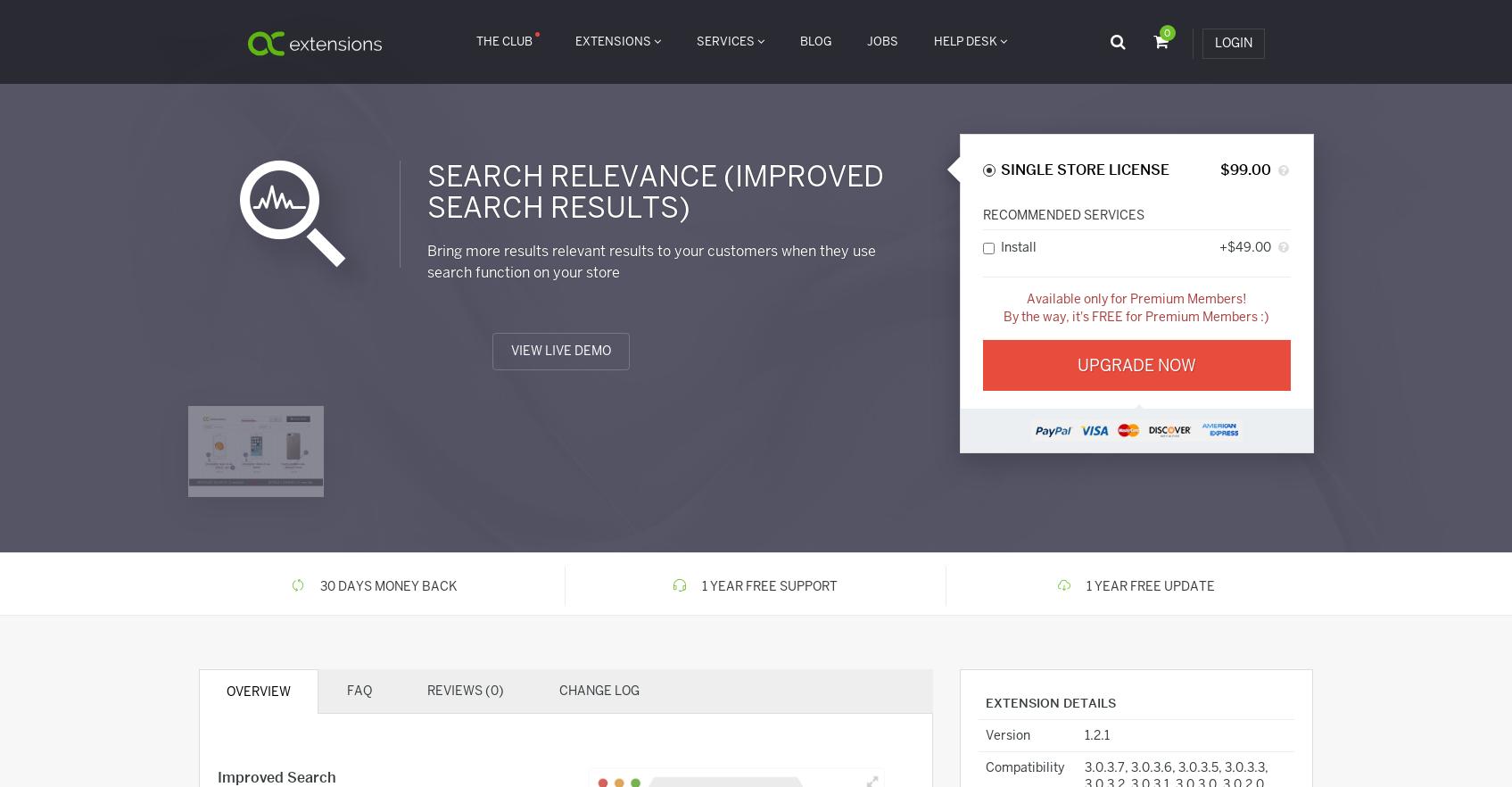 The height and width of the screenshot is (787, 1512). Describe the element at coordinates (1244, 170) in the screenshot. I see `'$99.00'` at that location.